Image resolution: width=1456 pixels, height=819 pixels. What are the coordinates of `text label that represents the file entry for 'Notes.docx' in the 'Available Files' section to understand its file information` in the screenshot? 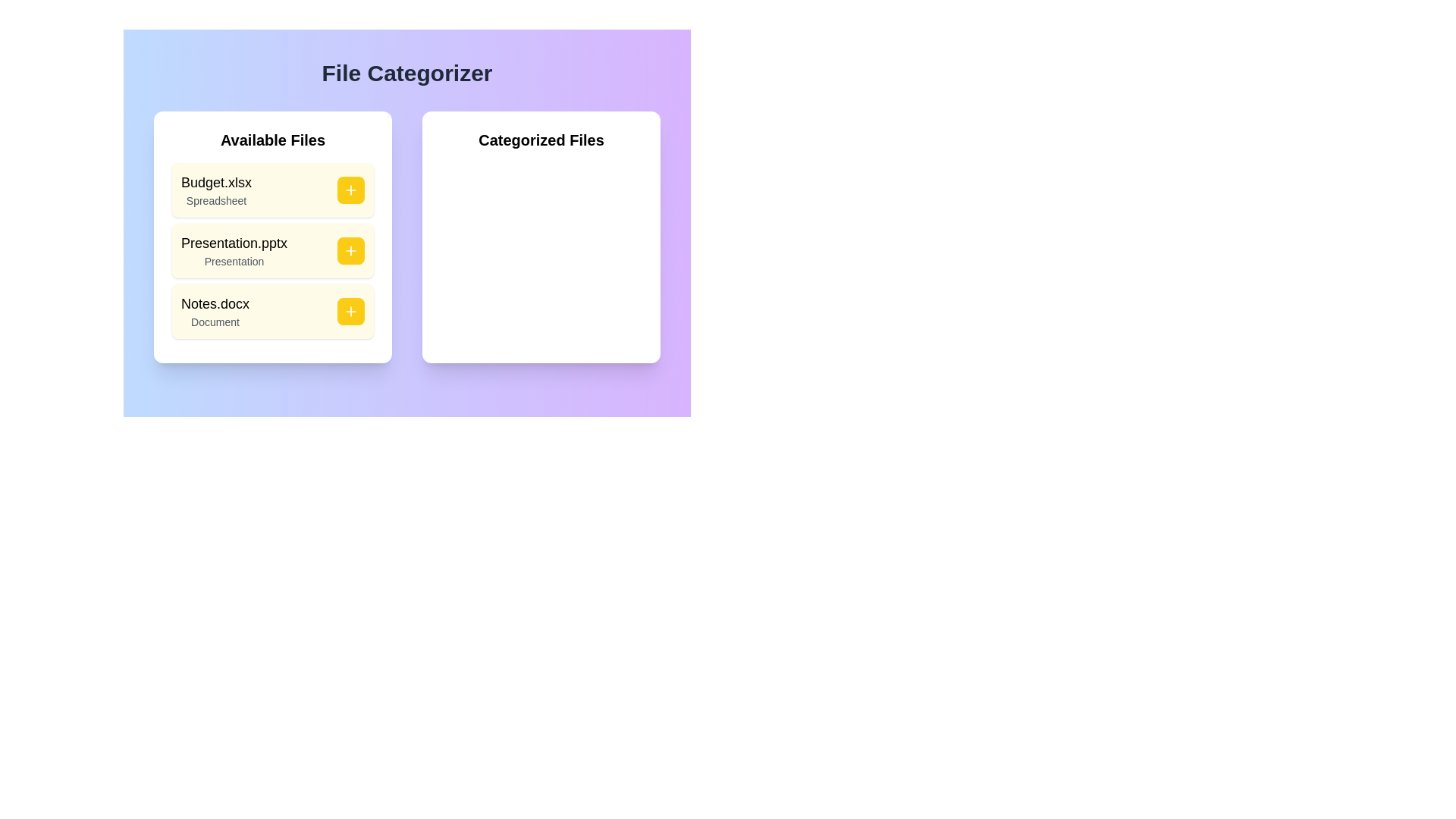 It's located at (214, 311).